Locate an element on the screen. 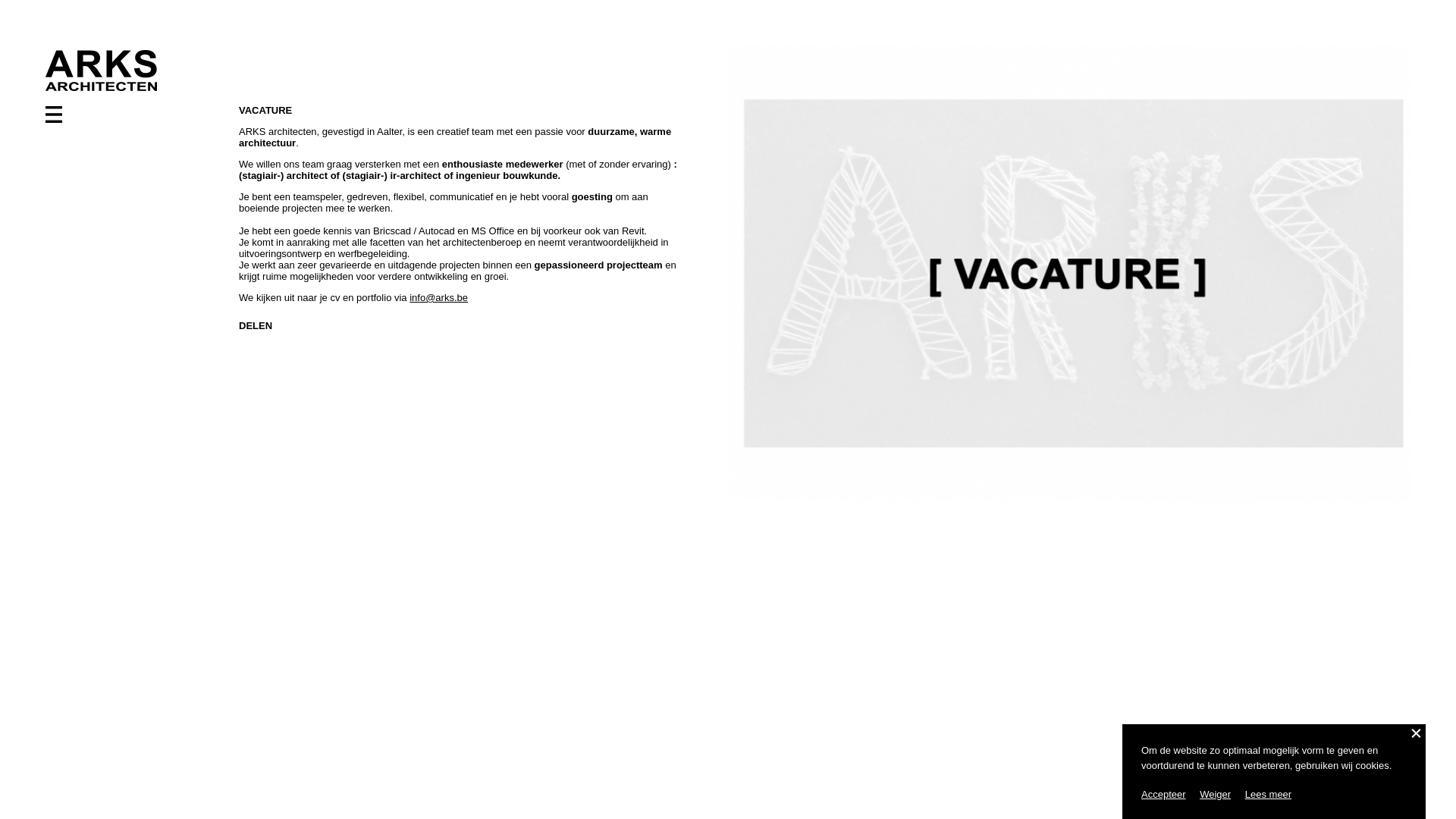 The height and width of the screenshot is (819, 1456). 'Weiger' is located at coordinates (1215, 793).